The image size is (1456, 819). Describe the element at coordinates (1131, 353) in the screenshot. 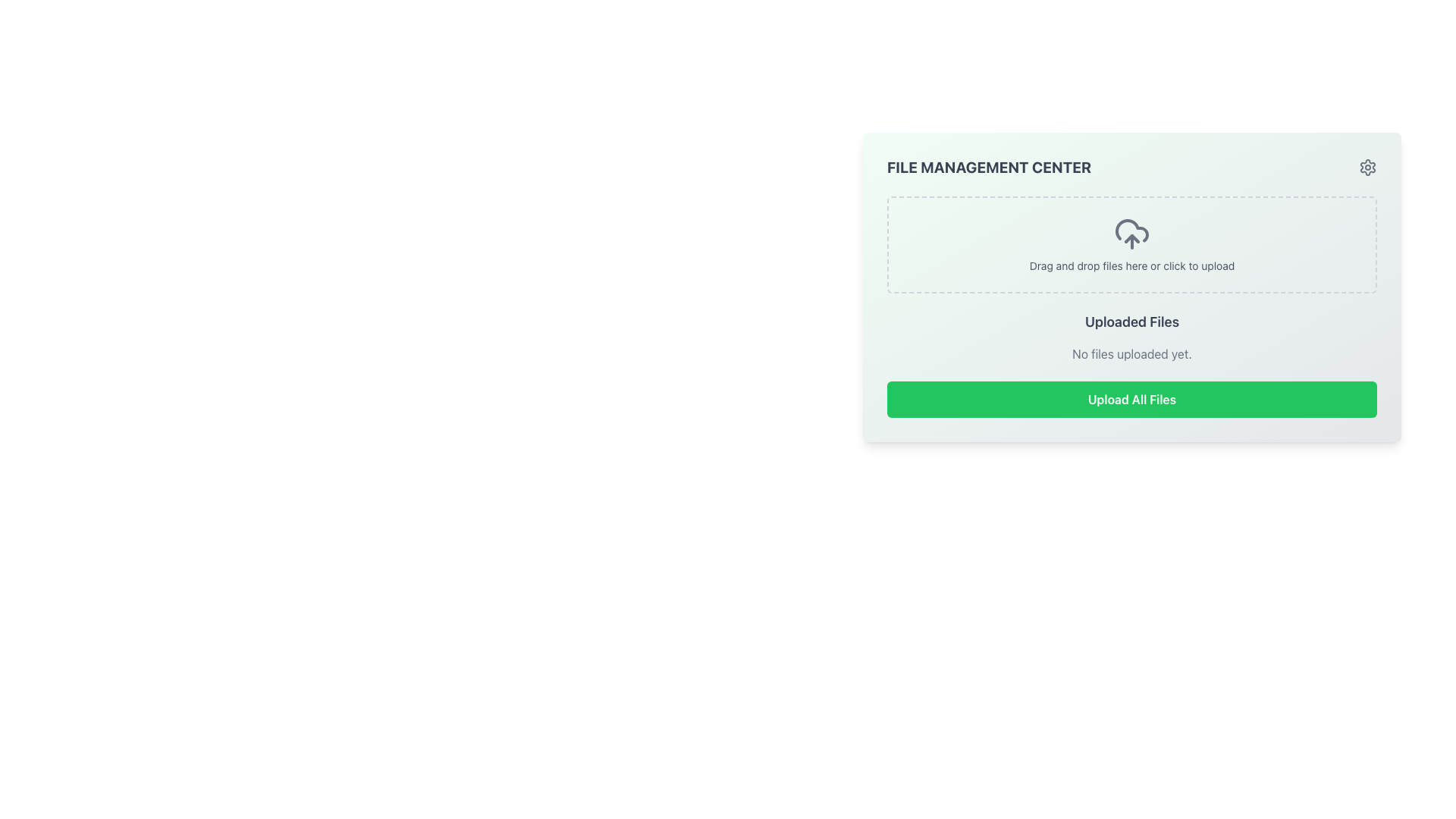

I see `the static text element indicating 'No files uploaded yet.' located in the 'Uploaded Files' section of the file management interface` at that location.